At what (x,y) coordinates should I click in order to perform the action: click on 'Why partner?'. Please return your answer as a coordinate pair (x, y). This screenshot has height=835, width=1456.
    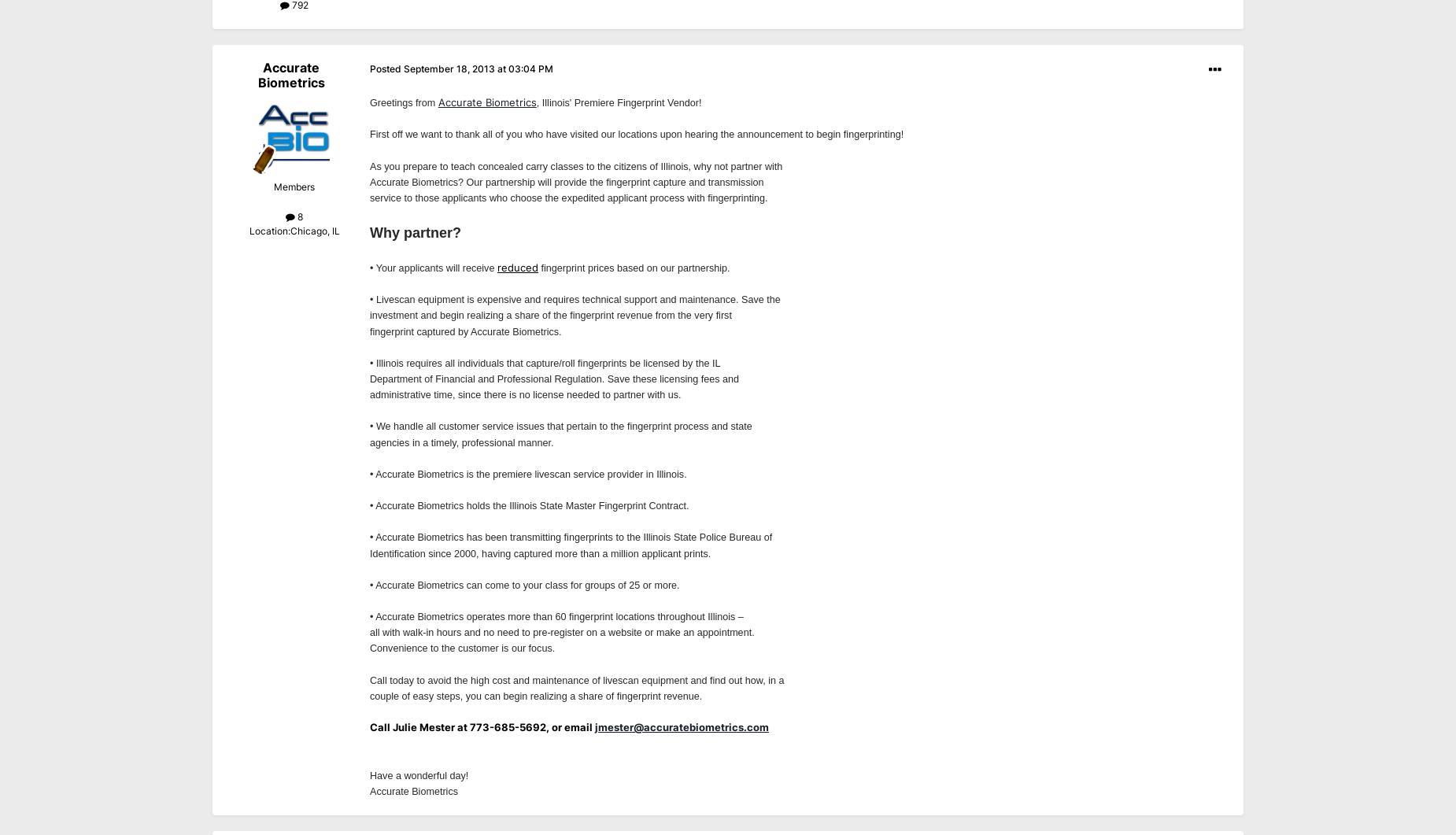
    Looking at the image, I should click on (415, 232).